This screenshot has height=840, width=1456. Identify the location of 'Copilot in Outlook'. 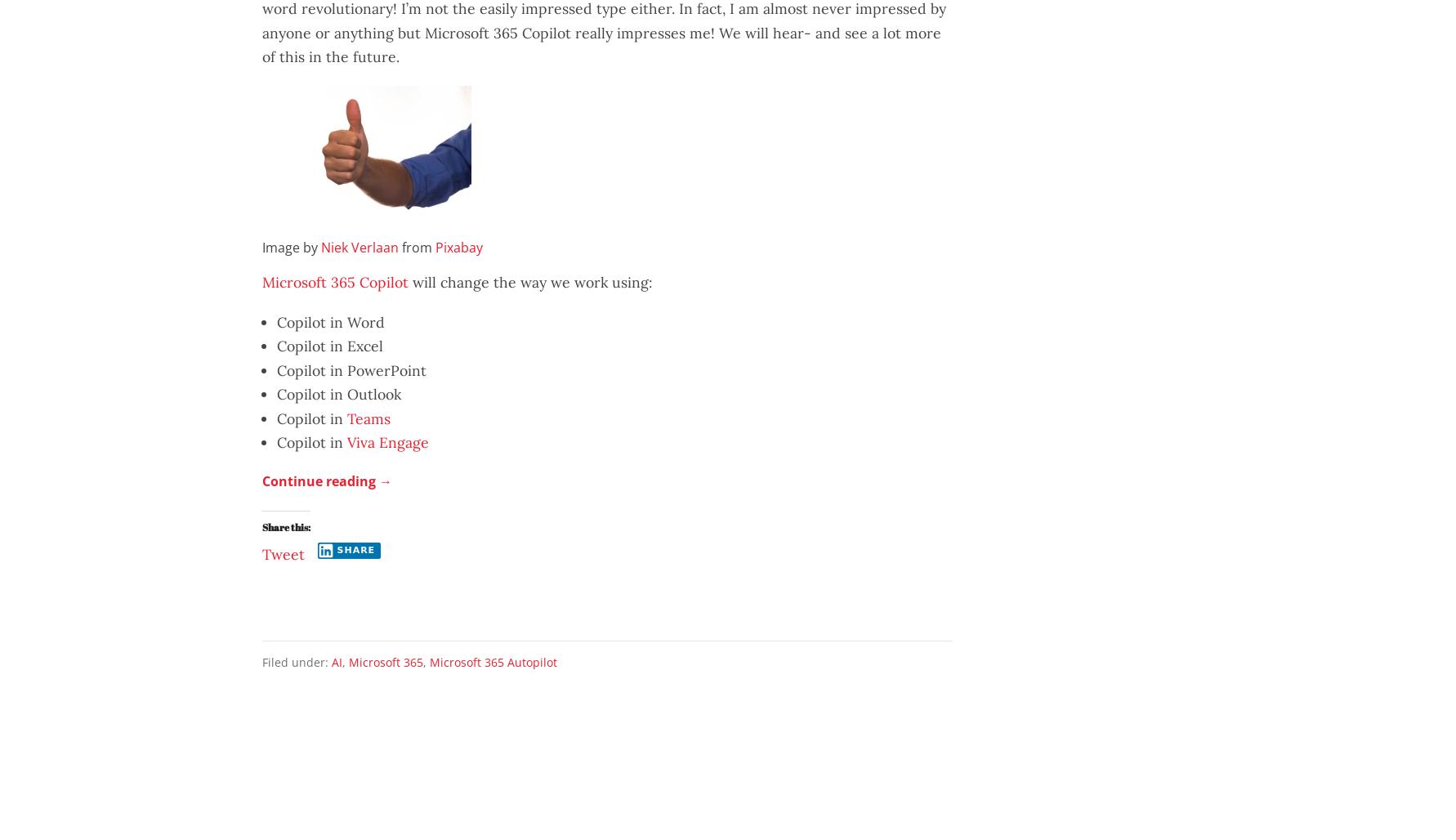
(337, 393).